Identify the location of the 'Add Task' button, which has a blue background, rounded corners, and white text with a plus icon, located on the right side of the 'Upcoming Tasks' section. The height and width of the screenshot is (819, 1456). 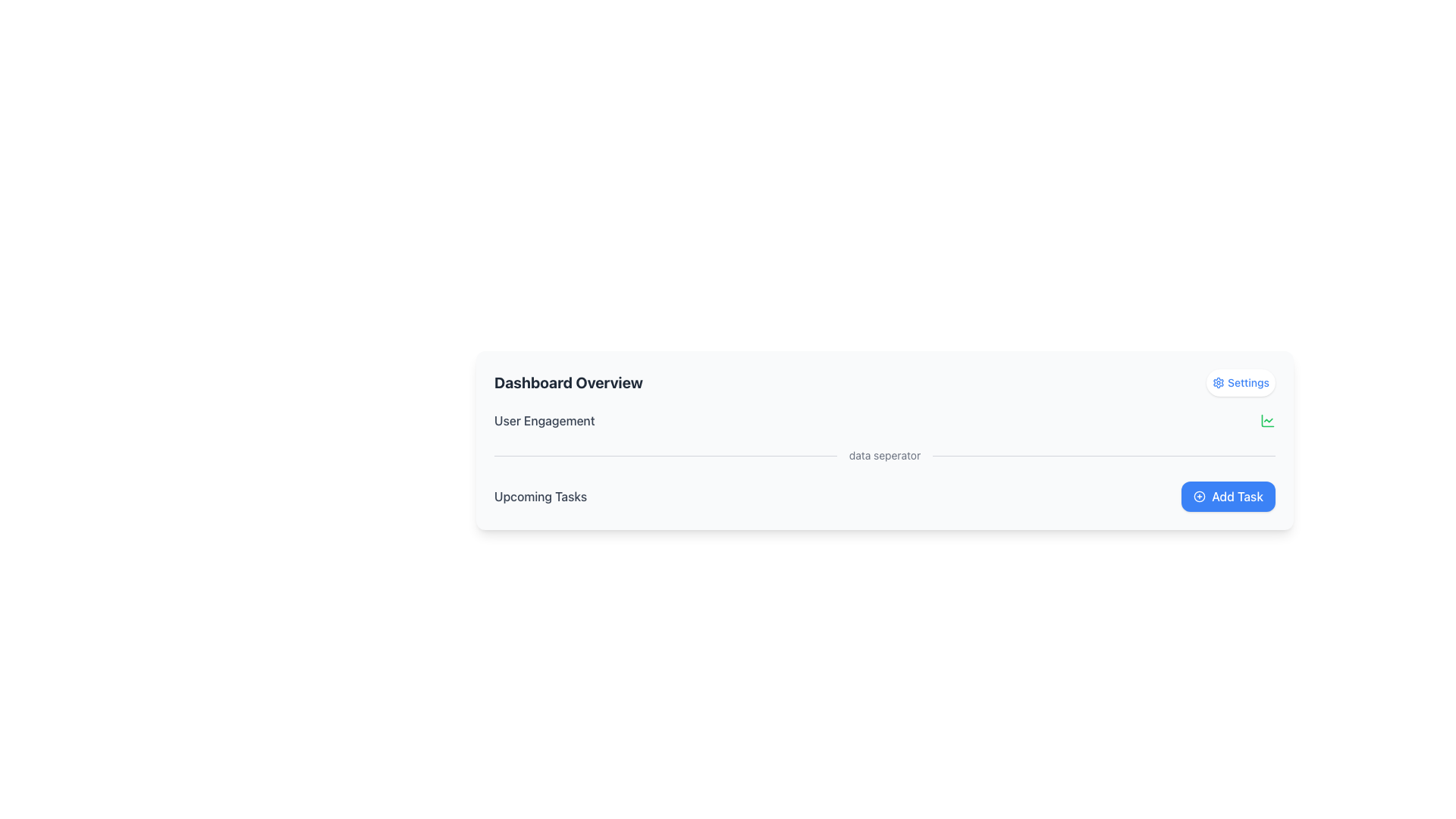
(1228, 497).